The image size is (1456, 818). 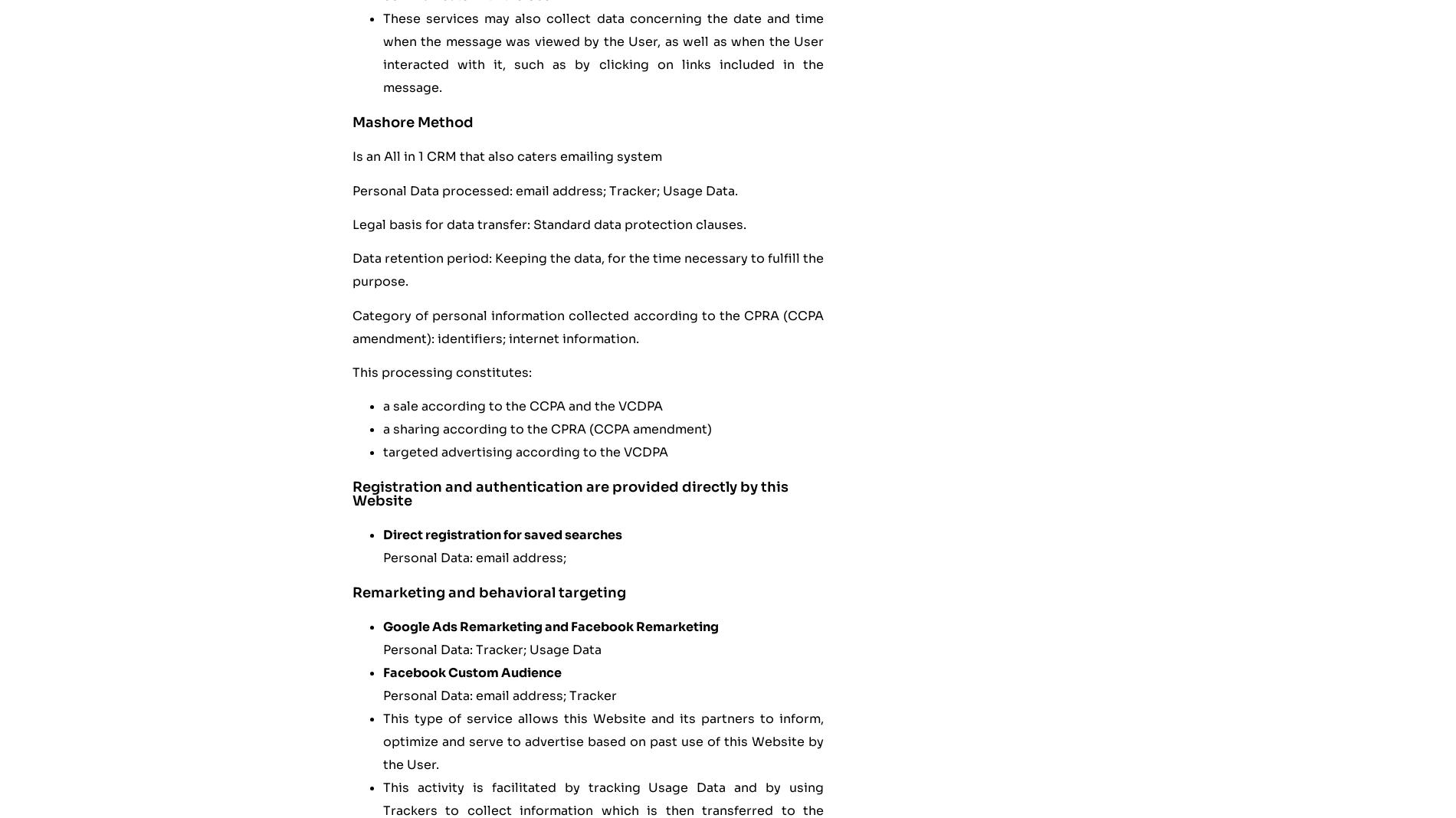 What do you see at coordinates (526, 451) in the screenshot?
I see `'targeted advertising according to the VCDPA'` at bounding box center [526, 451].